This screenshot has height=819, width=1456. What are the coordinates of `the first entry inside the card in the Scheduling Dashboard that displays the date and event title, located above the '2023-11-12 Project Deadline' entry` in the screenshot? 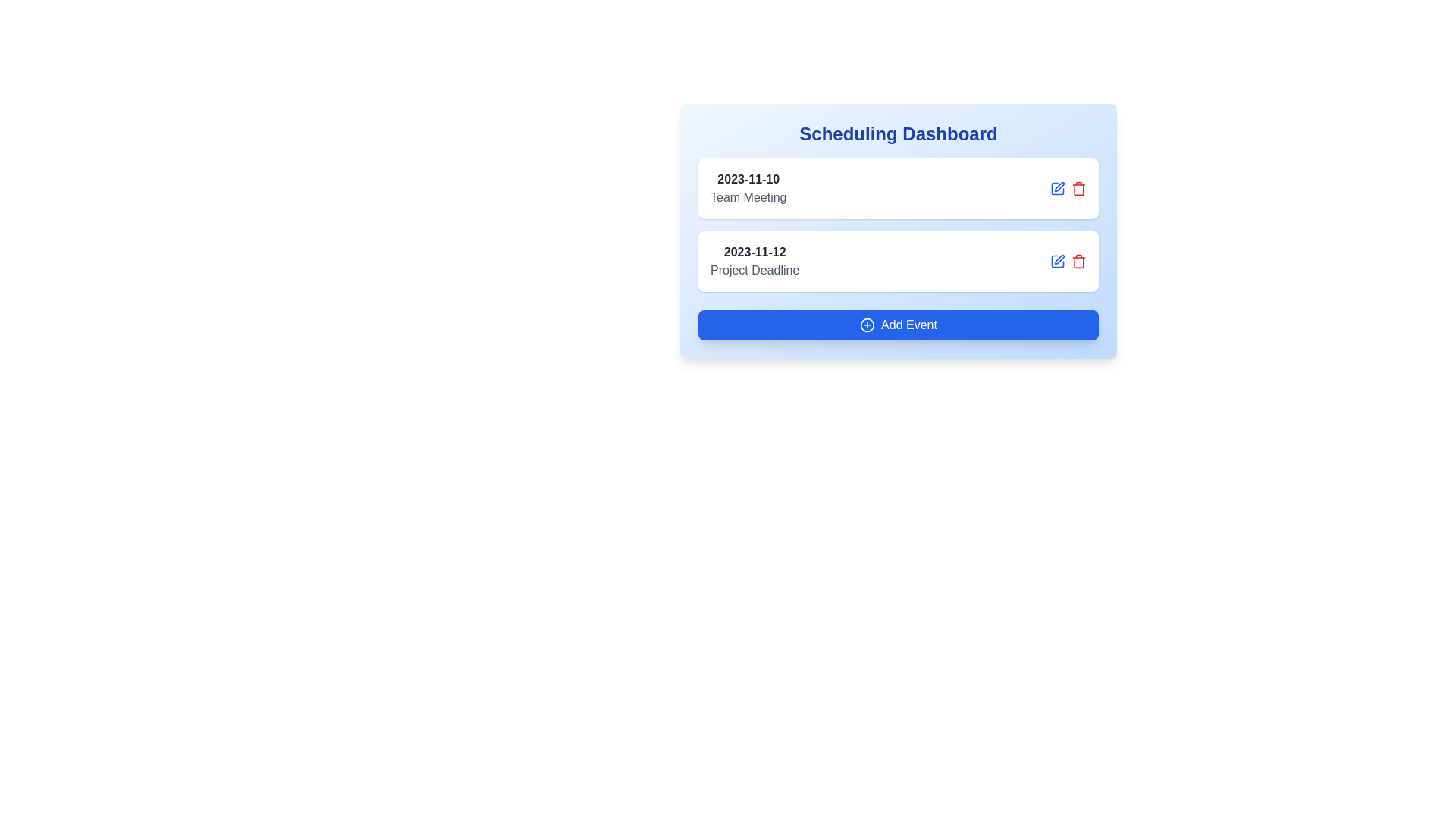 It's located at (748, 188).